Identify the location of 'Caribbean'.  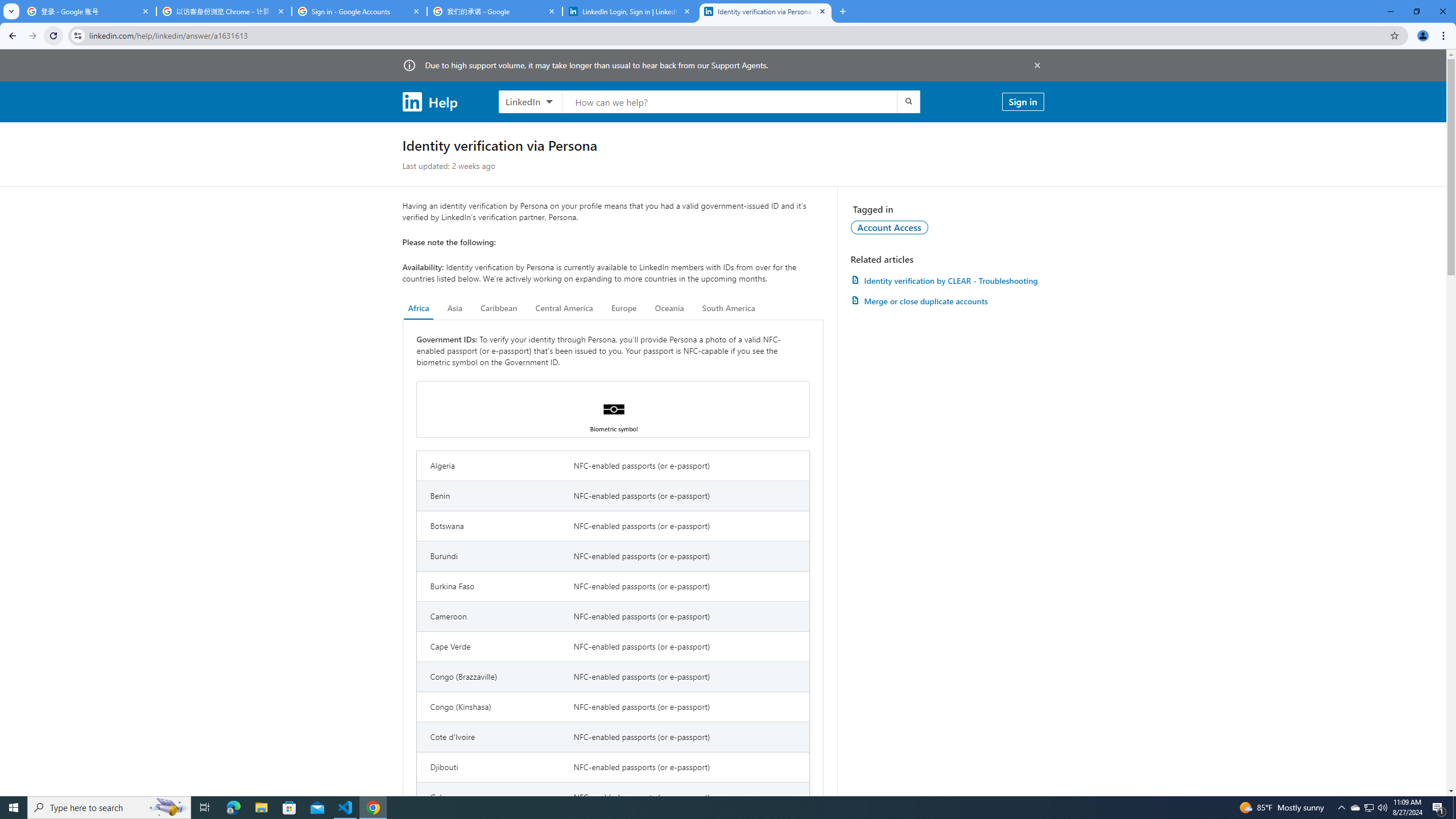
(499, 308).